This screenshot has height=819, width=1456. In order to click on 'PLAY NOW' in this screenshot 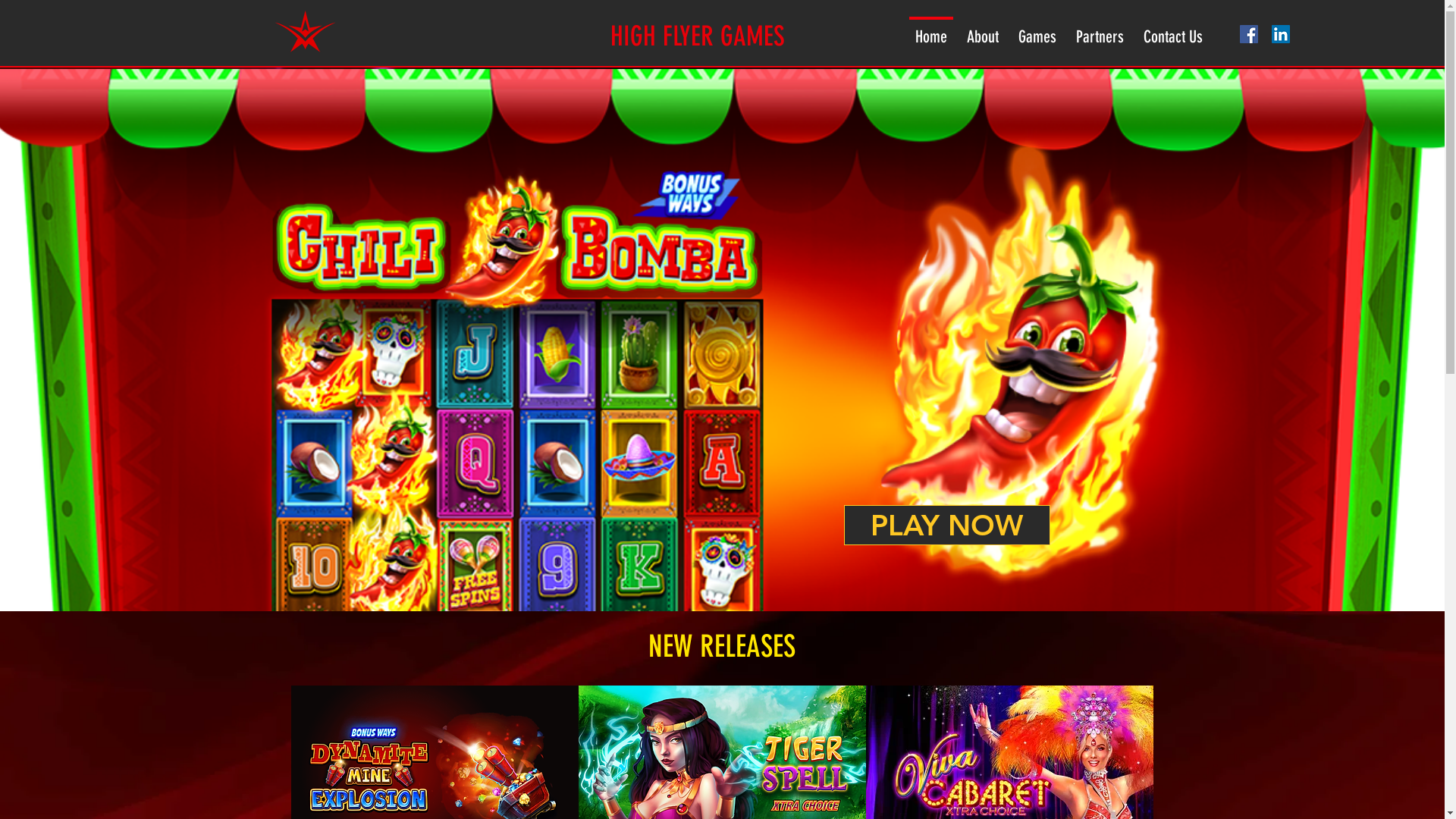, I will do `click(946, 524)`.